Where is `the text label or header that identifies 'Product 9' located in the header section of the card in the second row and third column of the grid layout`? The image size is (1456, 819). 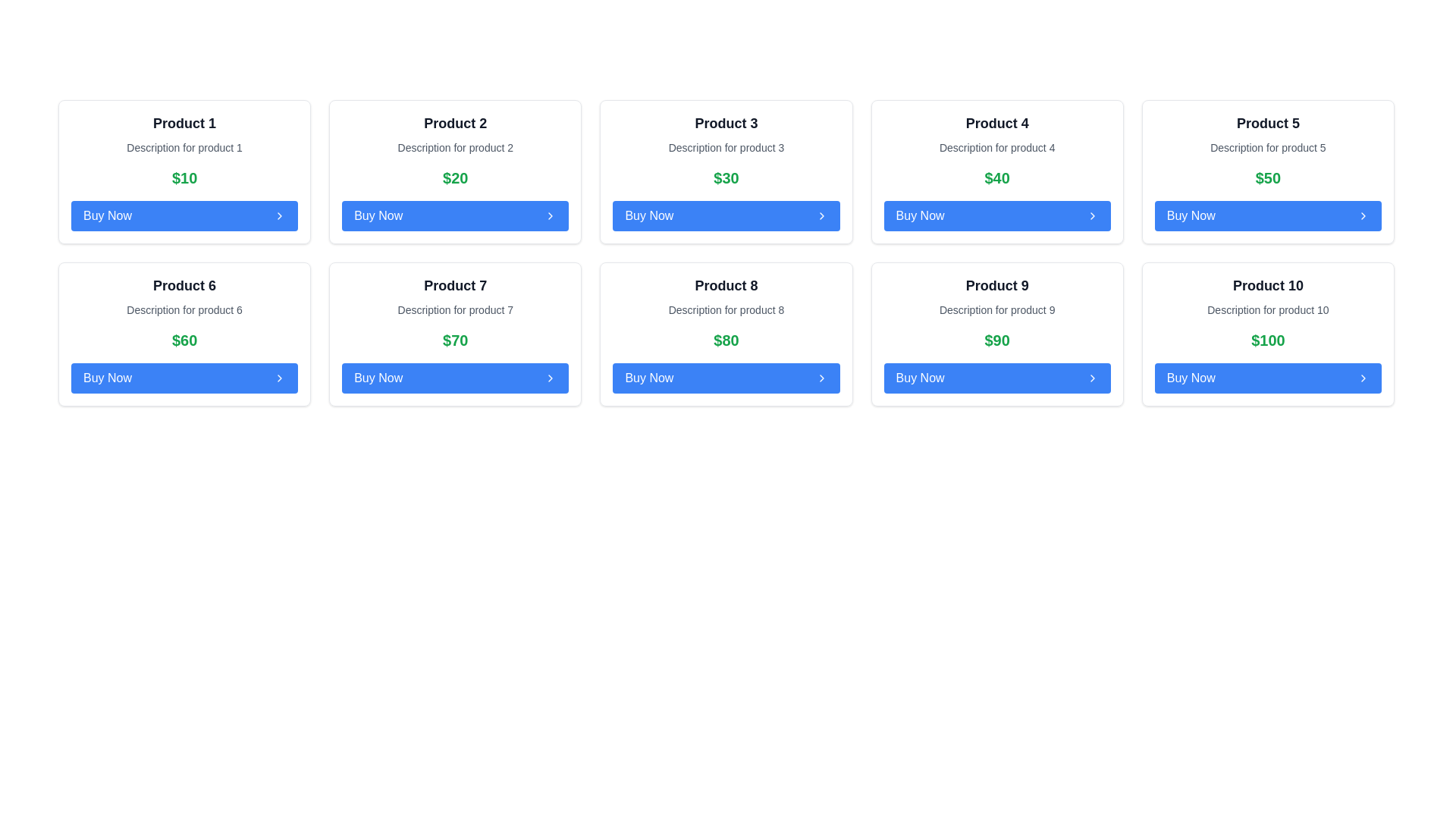 the text label or header that identifies 'Product 9' located in the header section of the card in the second row and third column of the grid layout is located at coordinates (997, 286).